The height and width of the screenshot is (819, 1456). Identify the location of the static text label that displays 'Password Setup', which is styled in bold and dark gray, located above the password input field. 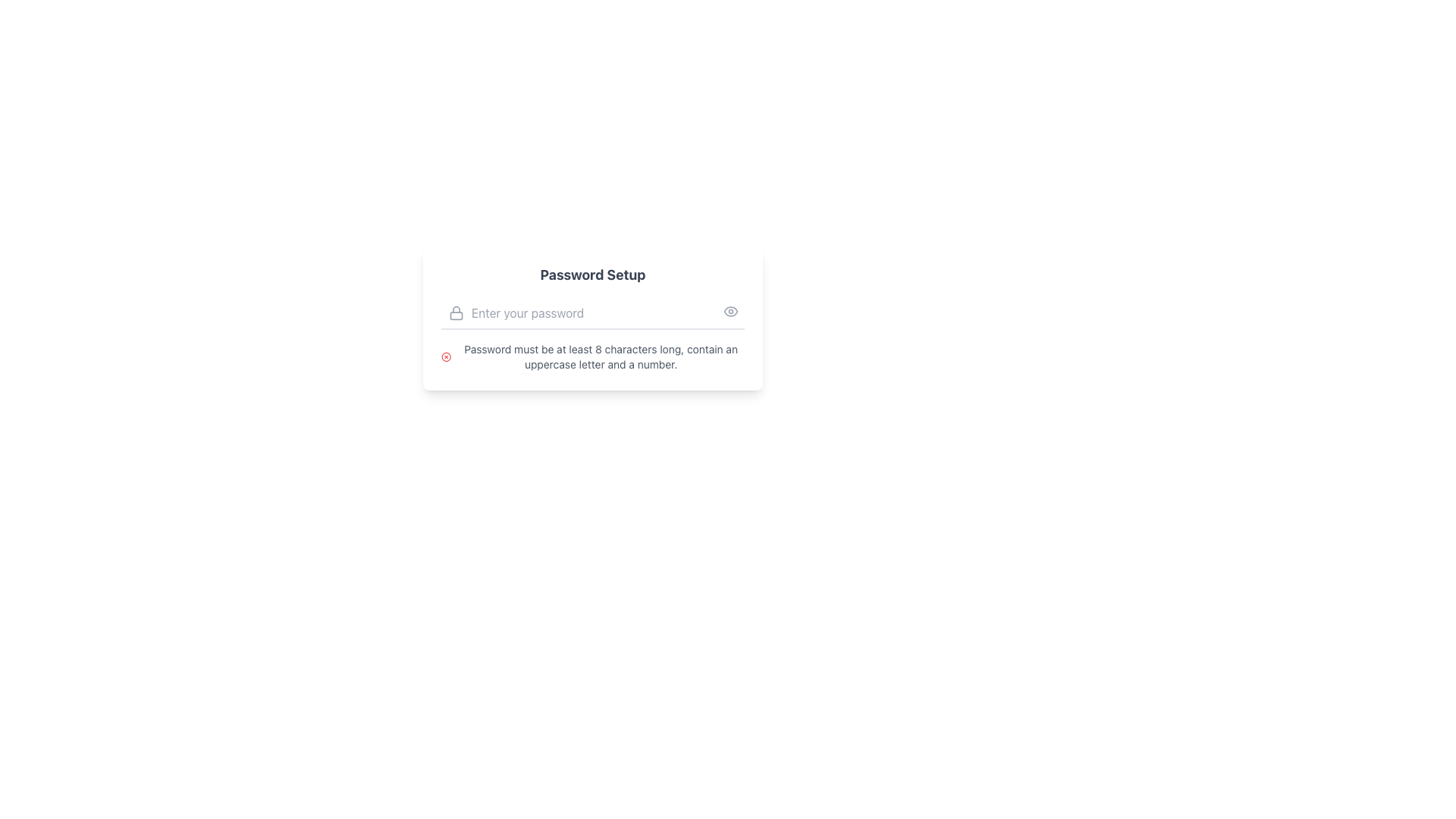
(592, 275).